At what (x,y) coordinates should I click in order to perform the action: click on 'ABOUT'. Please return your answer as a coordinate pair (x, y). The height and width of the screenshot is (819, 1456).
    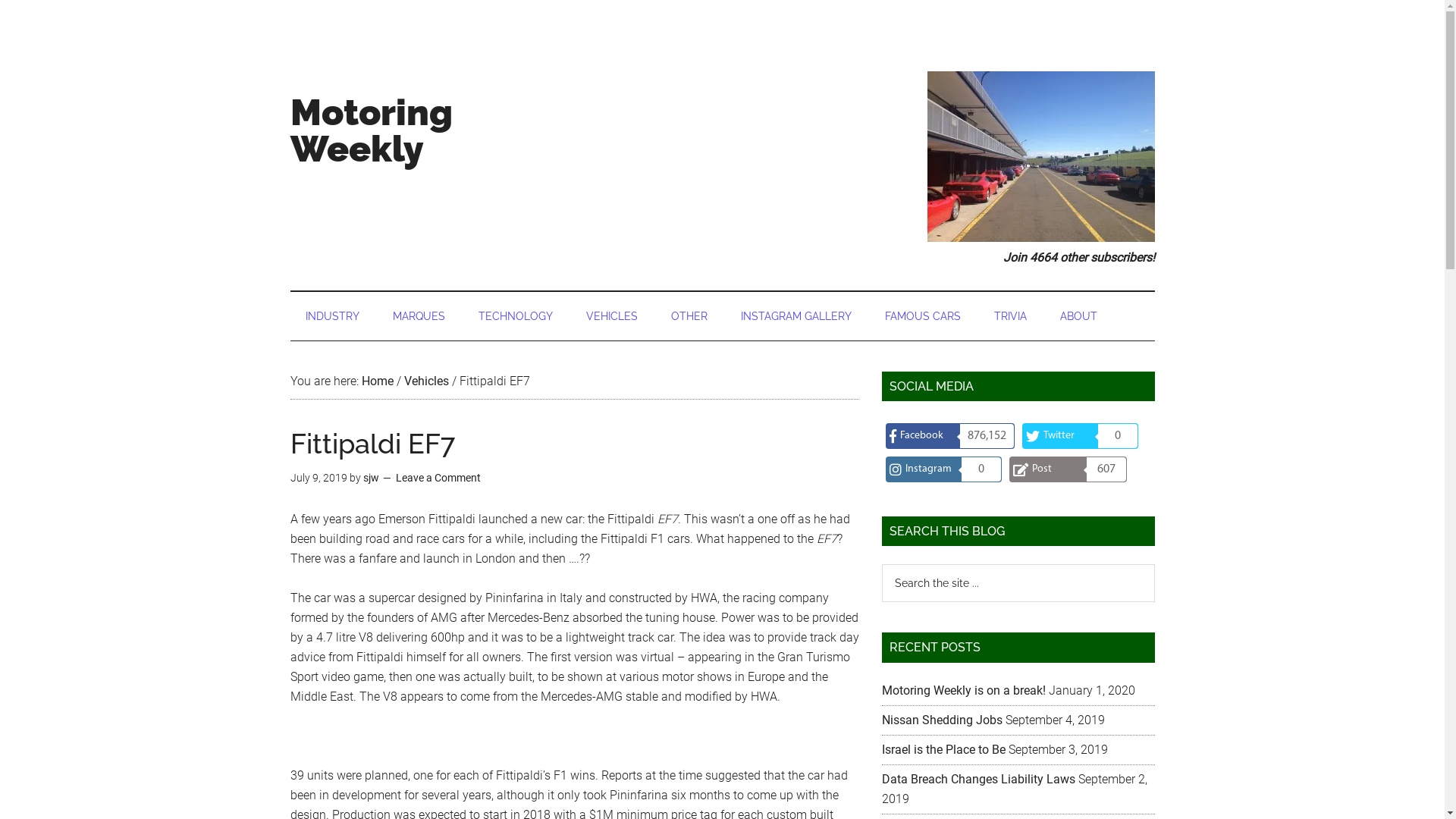
    Looking at the image, I should click on (1043, 315).